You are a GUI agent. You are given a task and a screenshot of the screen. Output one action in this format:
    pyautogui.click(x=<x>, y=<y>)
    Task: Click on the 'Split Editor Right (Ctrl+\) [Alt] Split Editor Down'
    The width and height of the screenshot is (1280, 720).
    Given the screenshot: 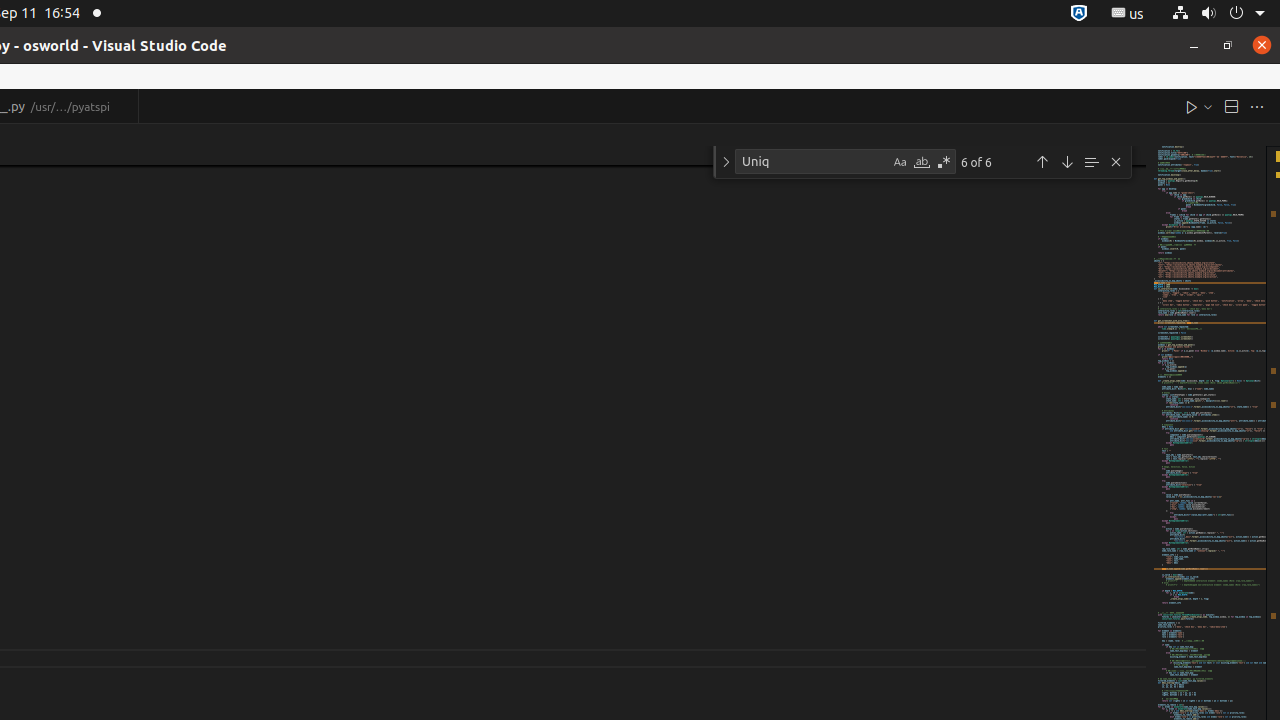 What is the action you would take?
    pyautogui.click(x=1229, y=106)
    